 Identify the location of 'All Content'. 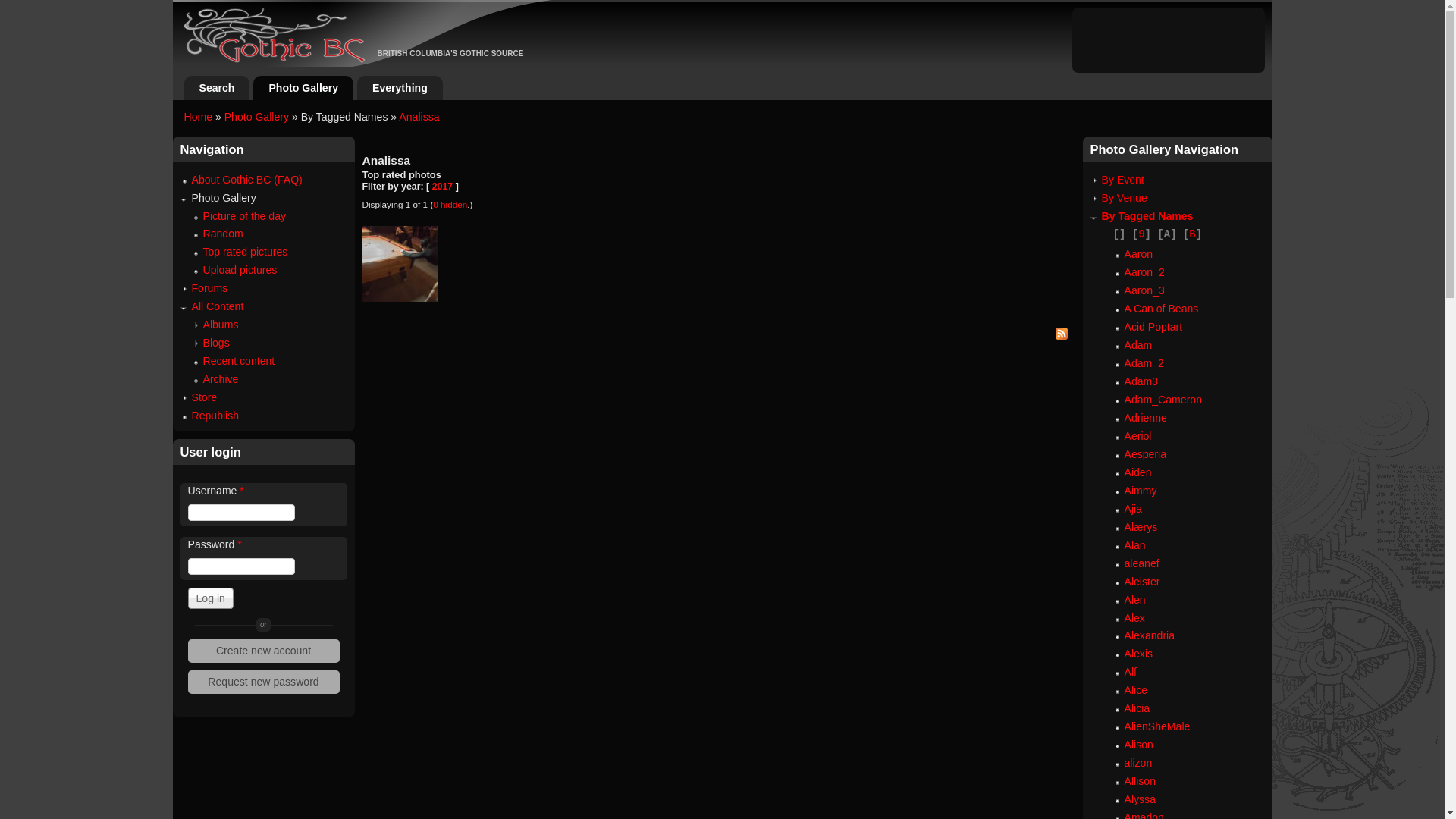
(216, 306).